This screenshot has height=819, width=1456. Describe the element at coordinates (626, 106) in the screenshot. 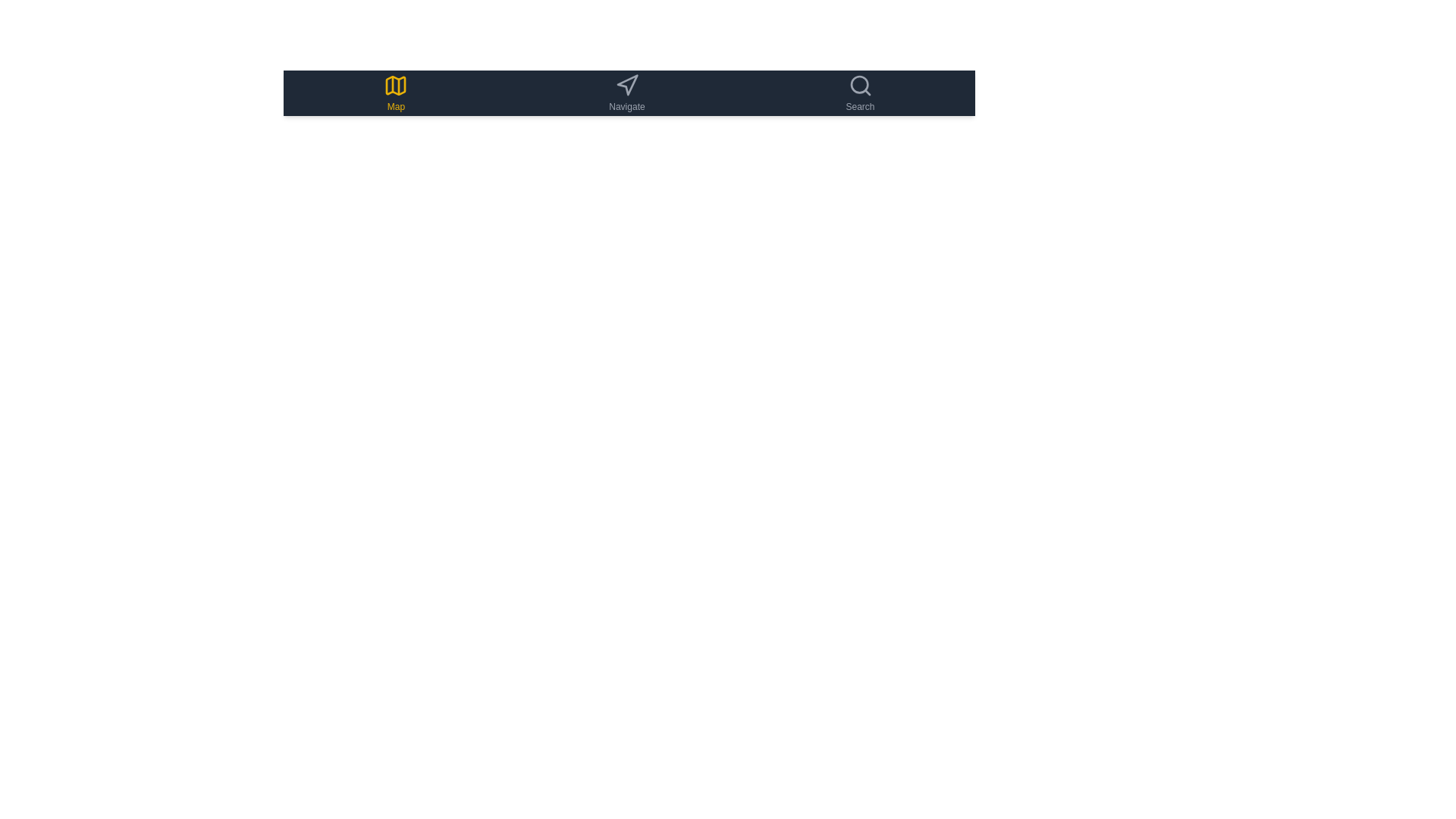

I see `the small gray text label that says 'Navigate', which is positioned below a navigation icon in the top navigation bar` at that location.